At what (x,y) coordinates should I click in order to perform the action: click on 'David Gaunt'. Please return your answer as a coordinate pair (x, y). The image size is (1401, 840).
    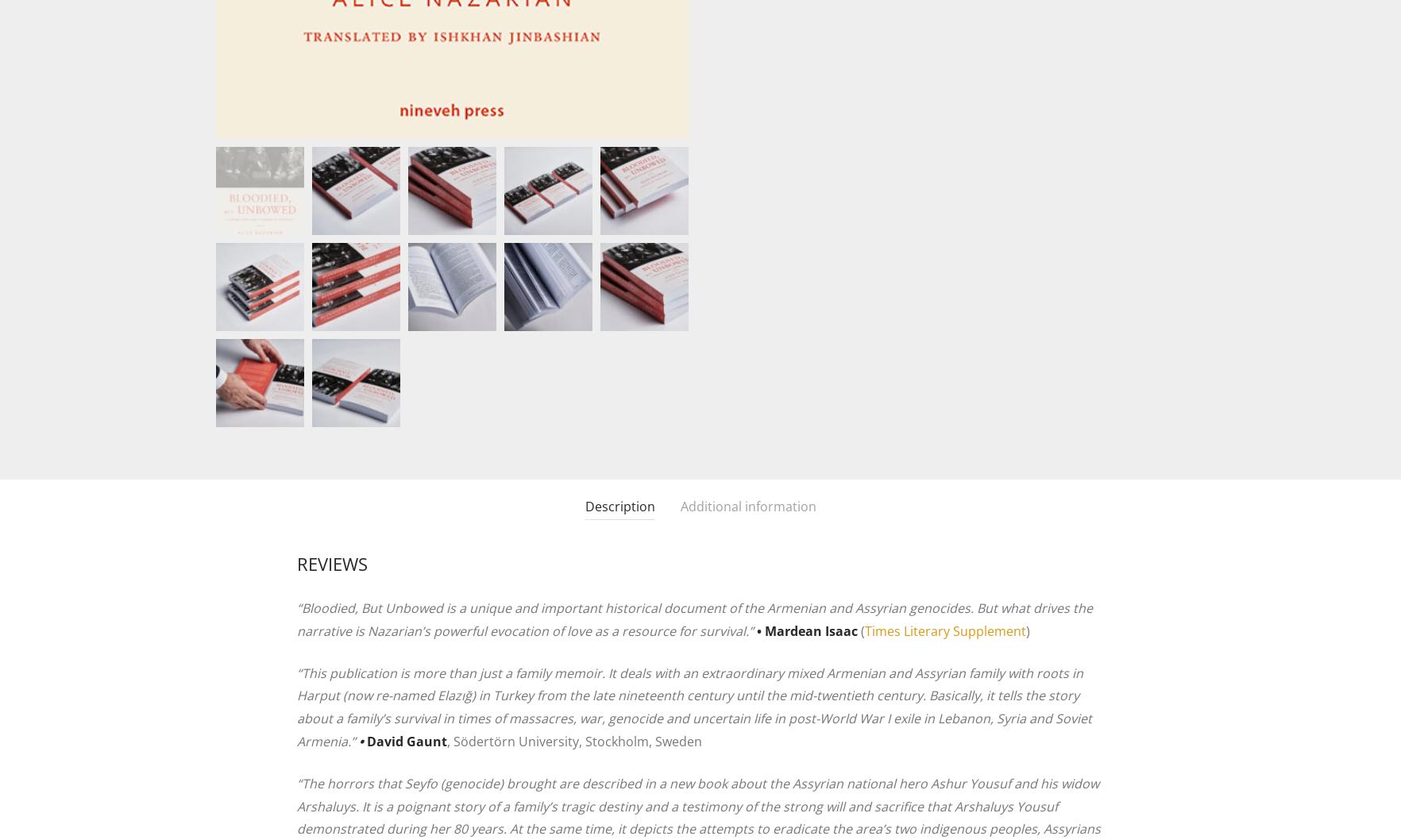
    Looking at the image, I should click on (407, 742).